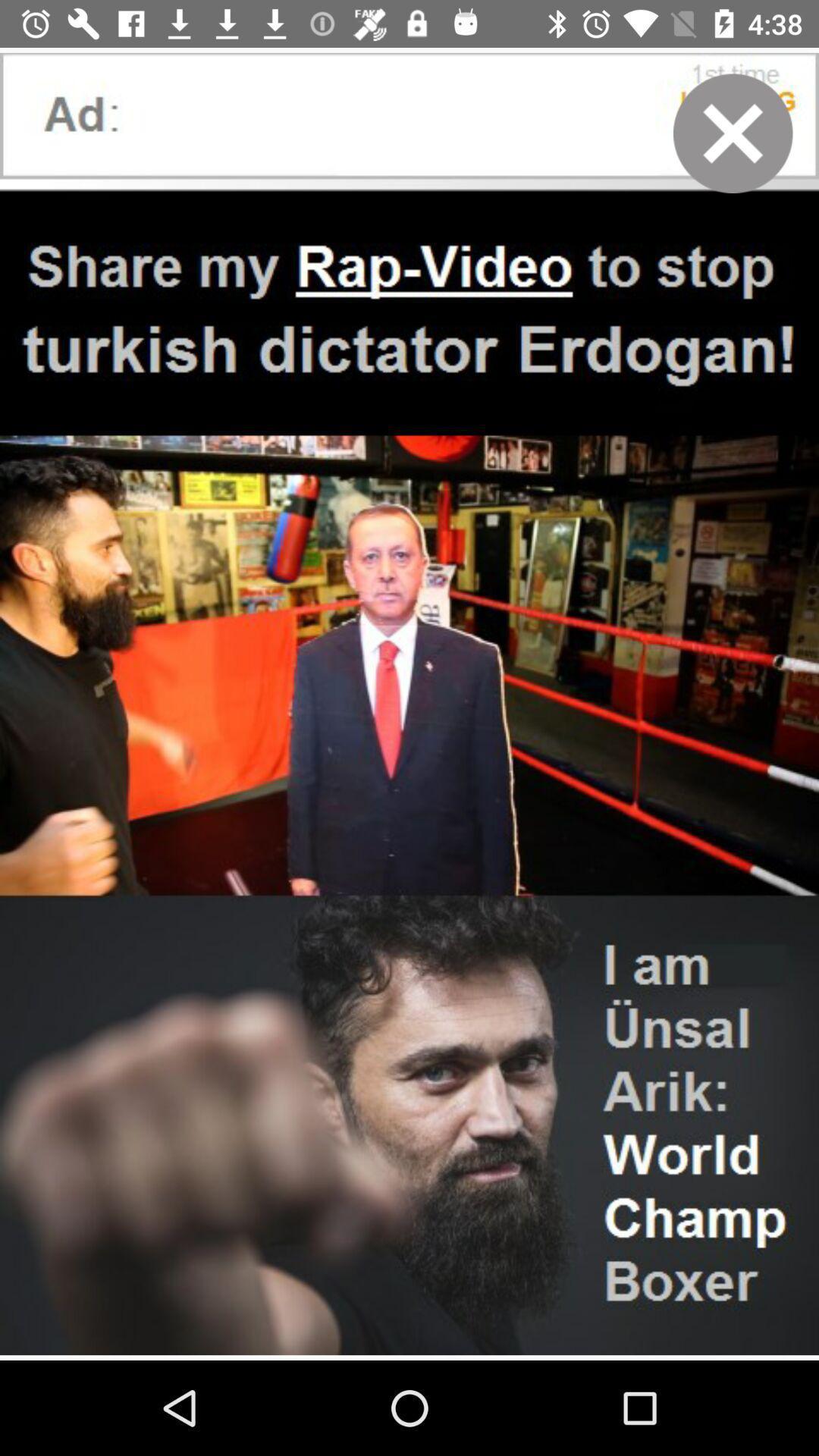 This screenshot has height=1456, width=819. What do you see at coordinates (409, 703) in the screenshot?
I see `the icon at the center` at bounding box center [409, 703].